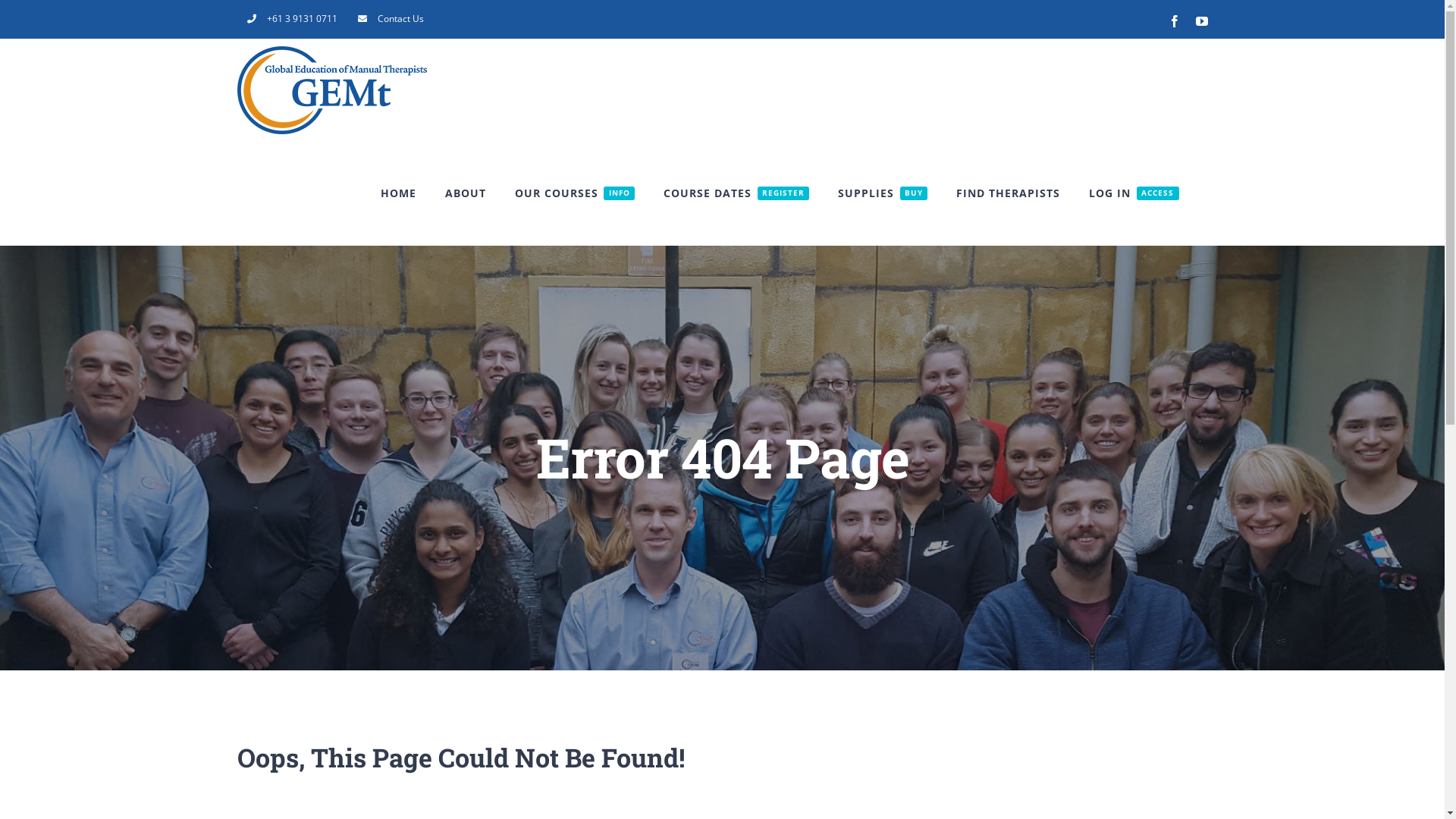 The height and width of the screenshot is (819, 1456). What do you see at coordinates (574, 192) in the screenshot?
I see `'OUR COURSES` at bounding box center [574, 192].